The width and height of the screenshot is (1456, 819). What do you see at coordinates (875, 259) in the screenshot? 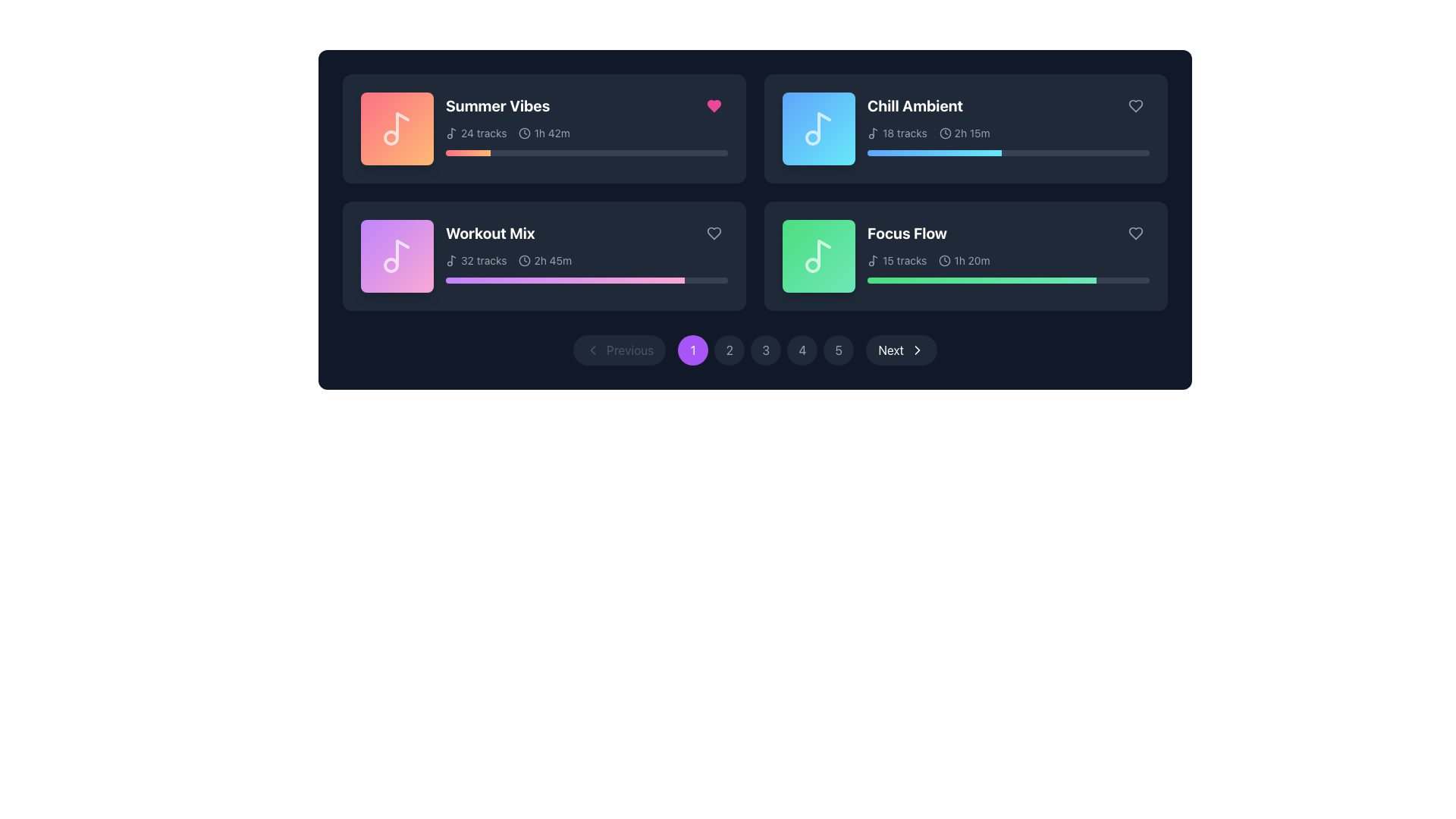
I see `the thin vertical line representing the stem of the musical note icon located in the center of the small green image area on the right-hand side of the second row in the grid structure` at bounding box center [875, 259].